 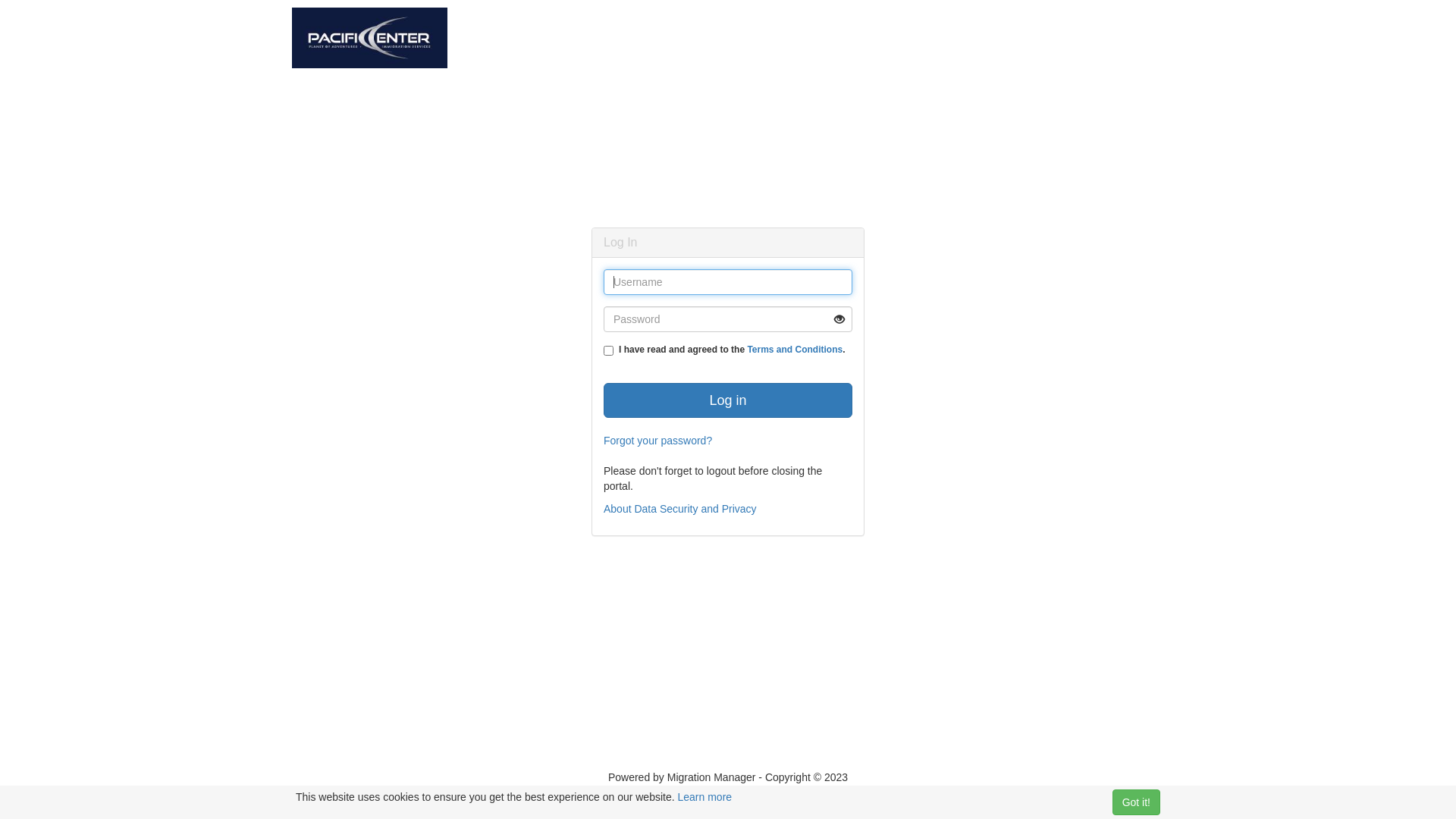 What do you see at coordinates (728, 400) in the screenshot?
I see `'Log in'` at bounding box center [728, 400].